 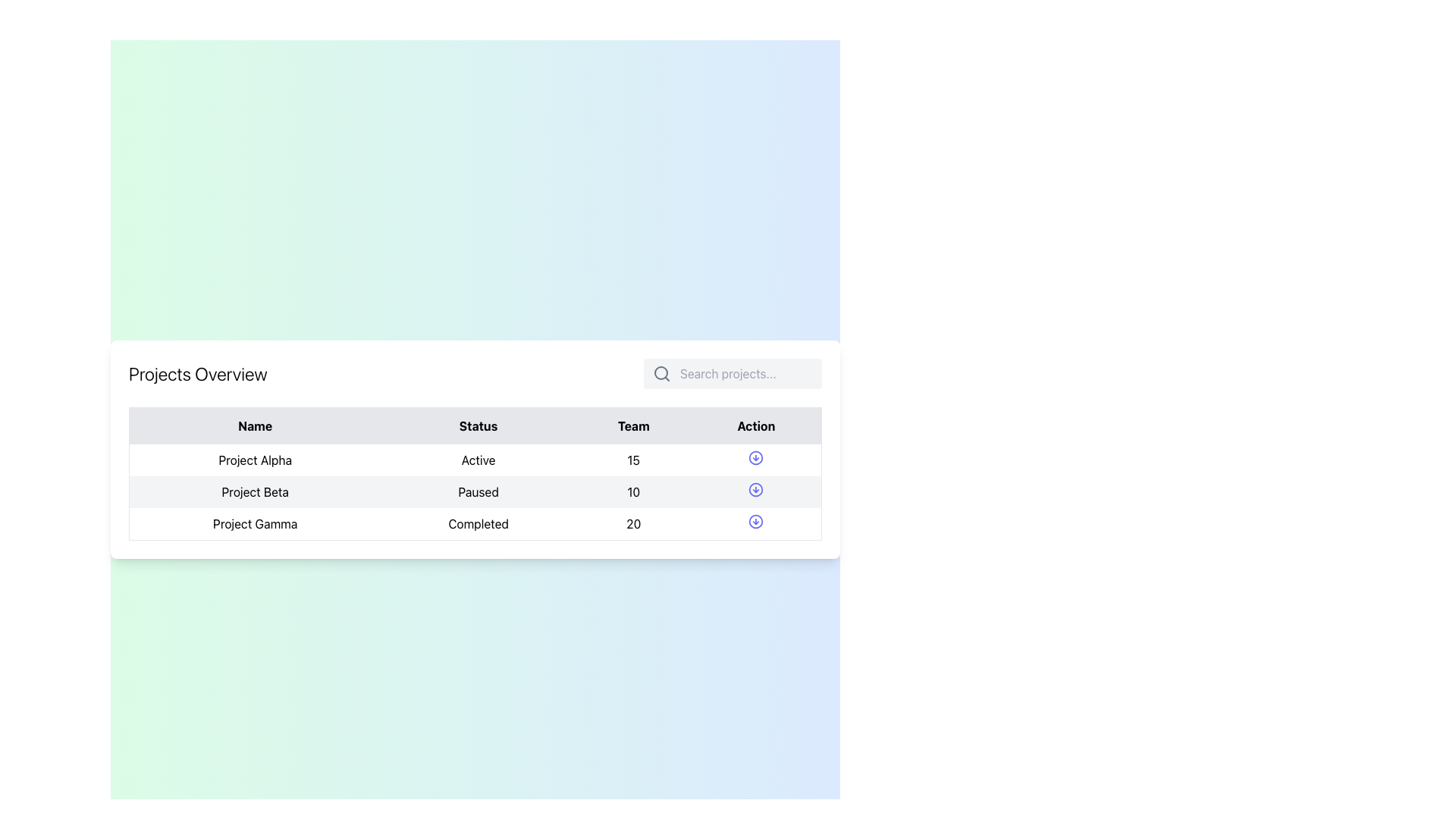 I want to click on the second action button in the 'Action' column of the table corresponding to 'Project Beta', so click(x=756, y=489).